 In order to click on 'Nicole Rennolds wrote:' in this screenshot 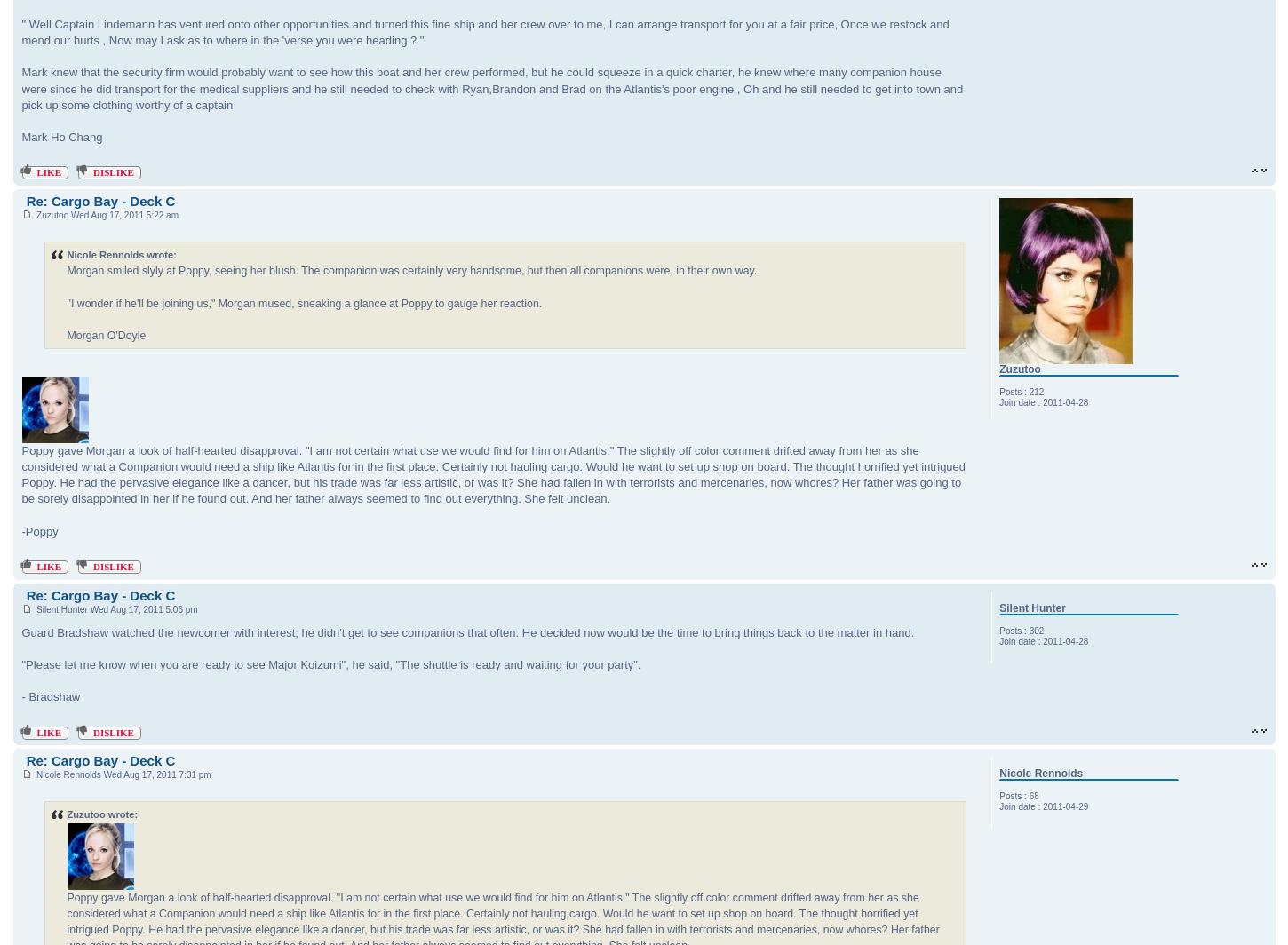, I will do `click(120, 254)`.